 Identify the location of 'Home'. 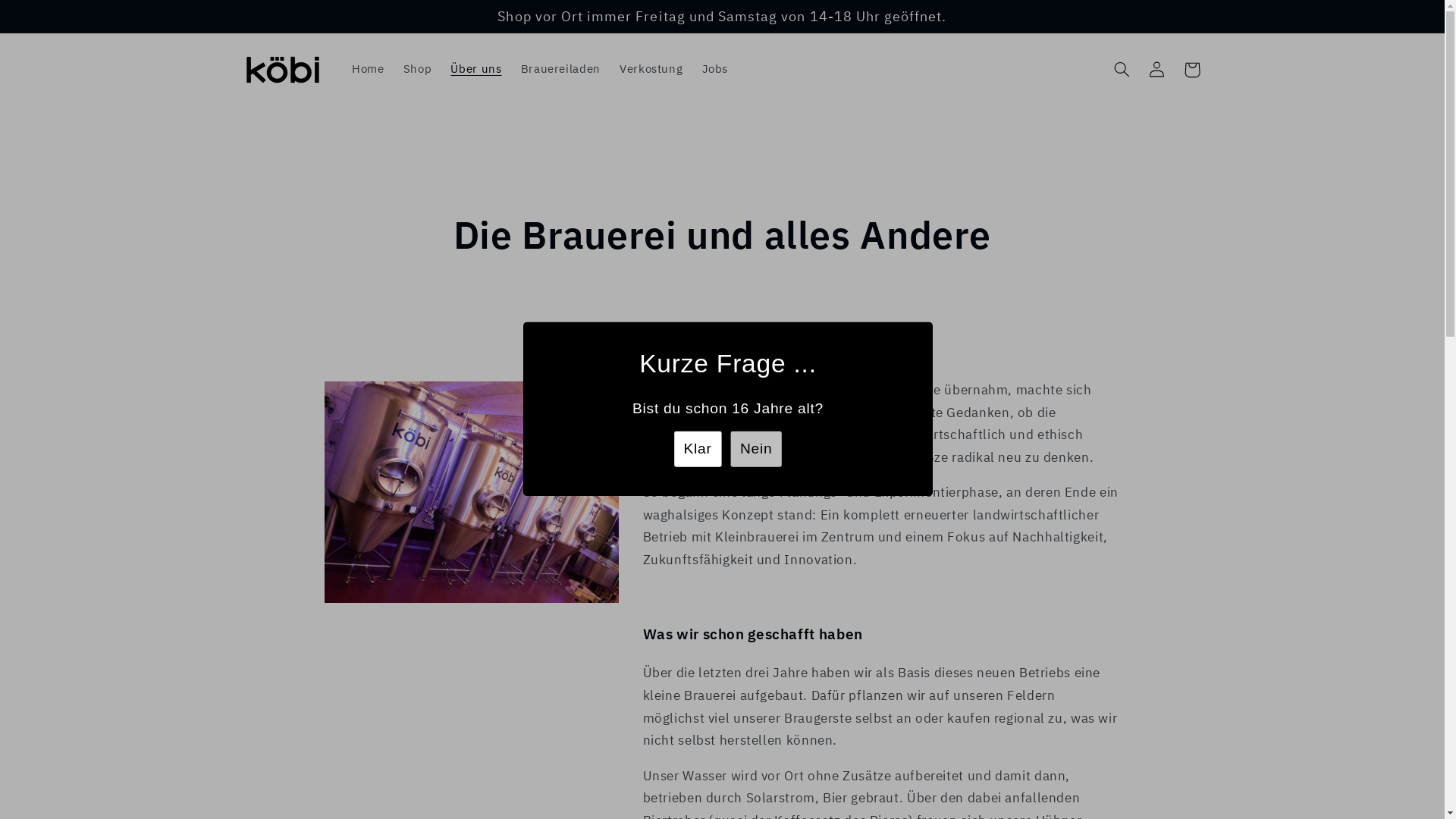
(367, 70).